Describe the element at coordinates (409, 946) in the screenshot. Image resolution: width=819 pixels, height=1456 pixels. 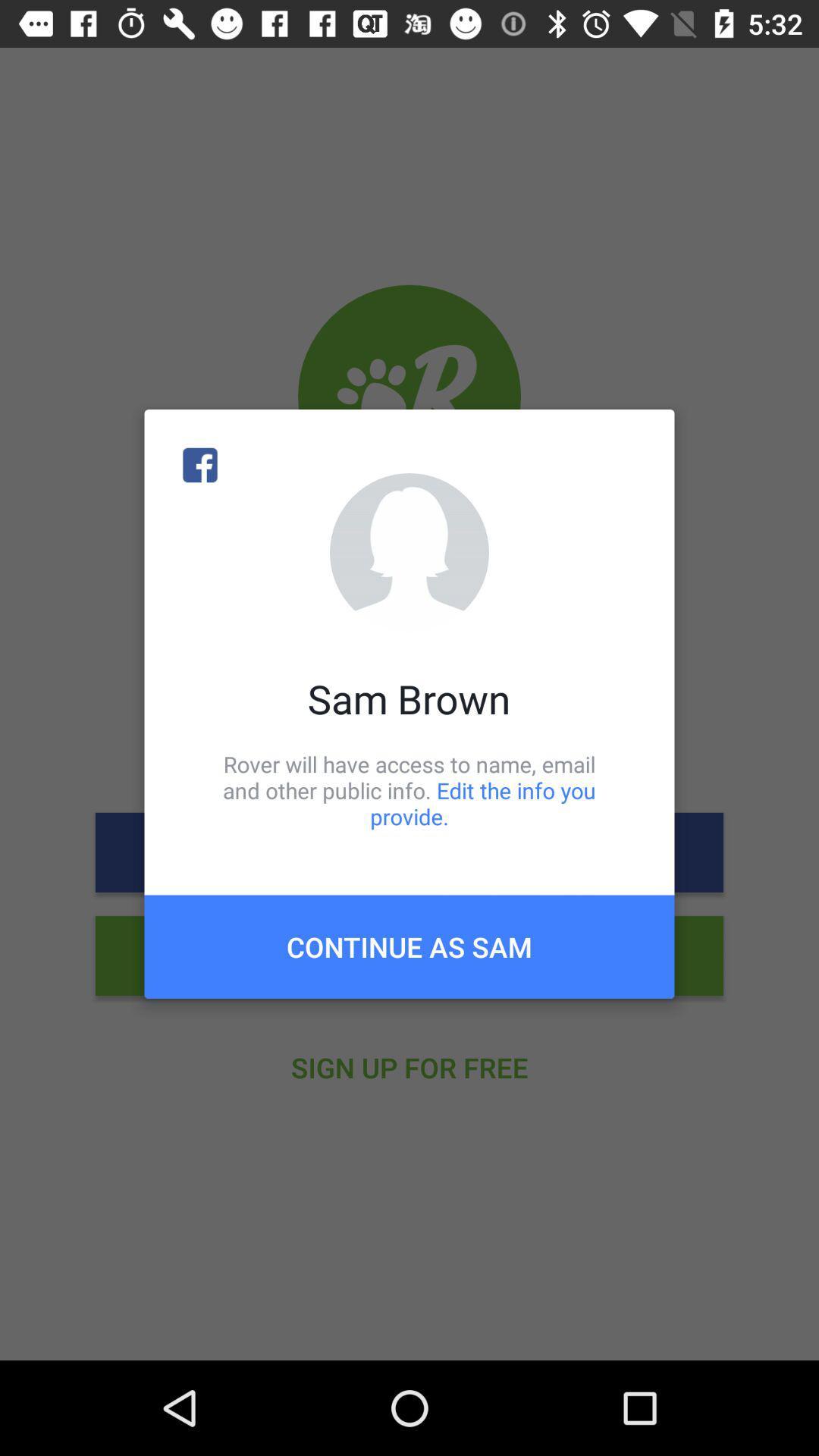
I see `continue as sam` at that location.